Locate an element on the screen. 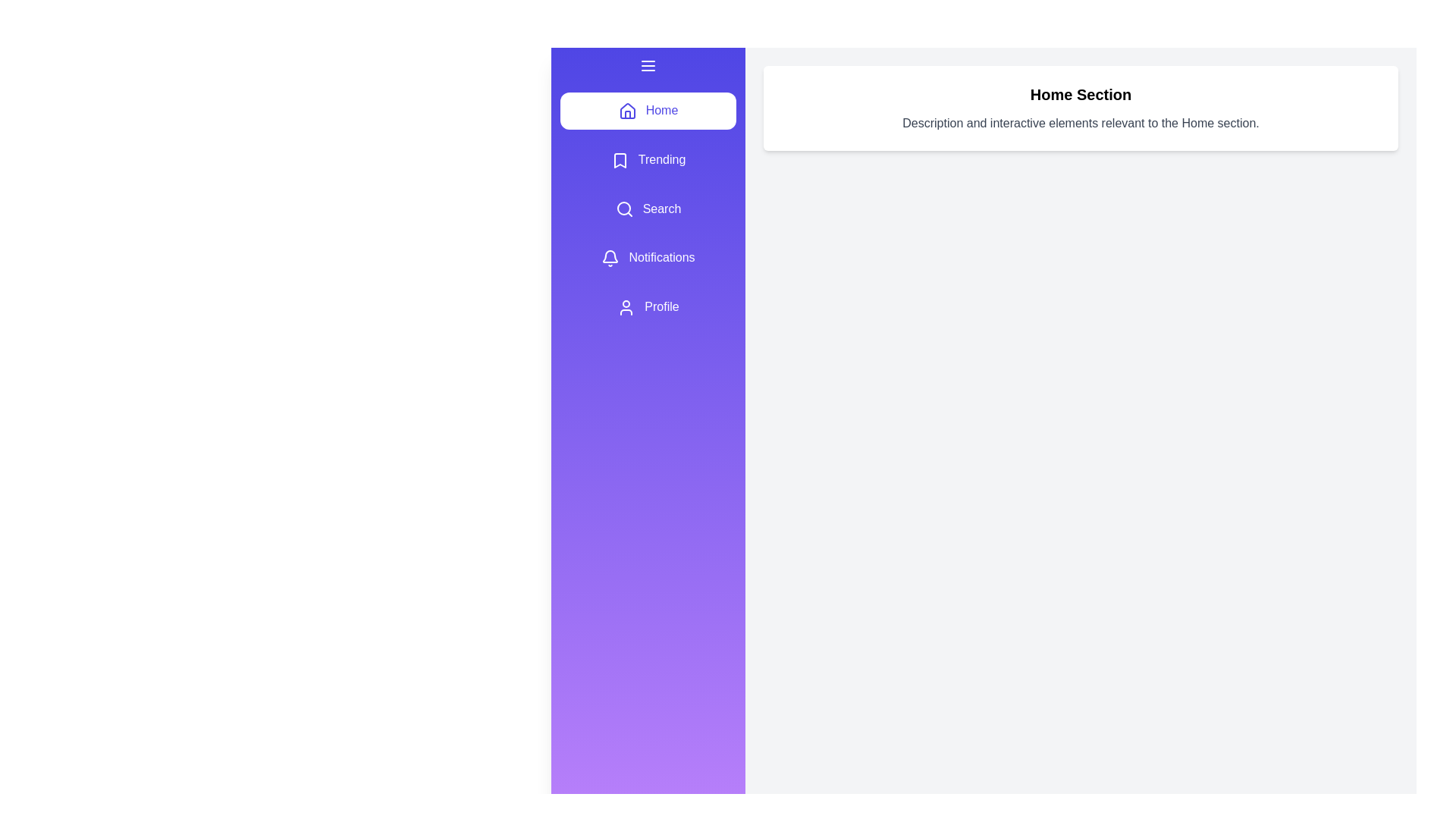 The height and width of the screenshot is (819, 1456). the navigation option Home by clicking on it is located at coordinates (648, 110).